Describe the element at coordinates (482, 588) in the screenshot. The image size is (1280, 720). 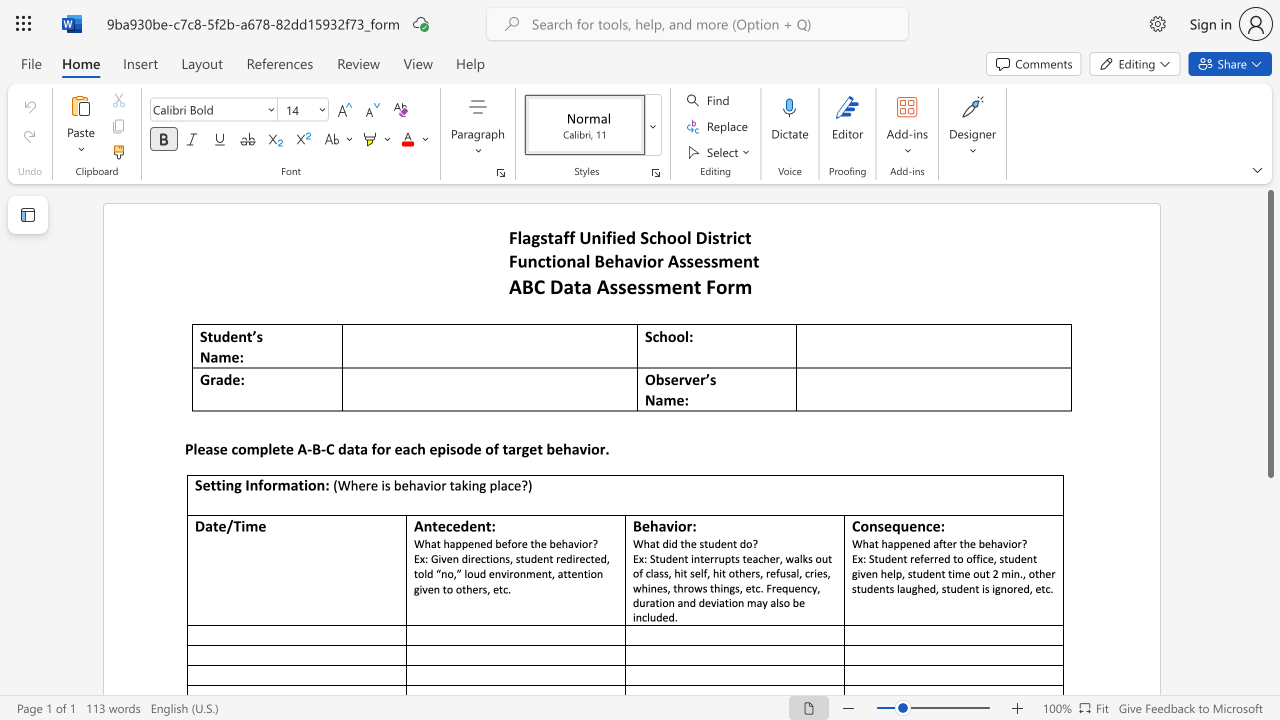
I see `the subset text "s, e" within the text "loud environment, attention given to others, etc."` at that location.